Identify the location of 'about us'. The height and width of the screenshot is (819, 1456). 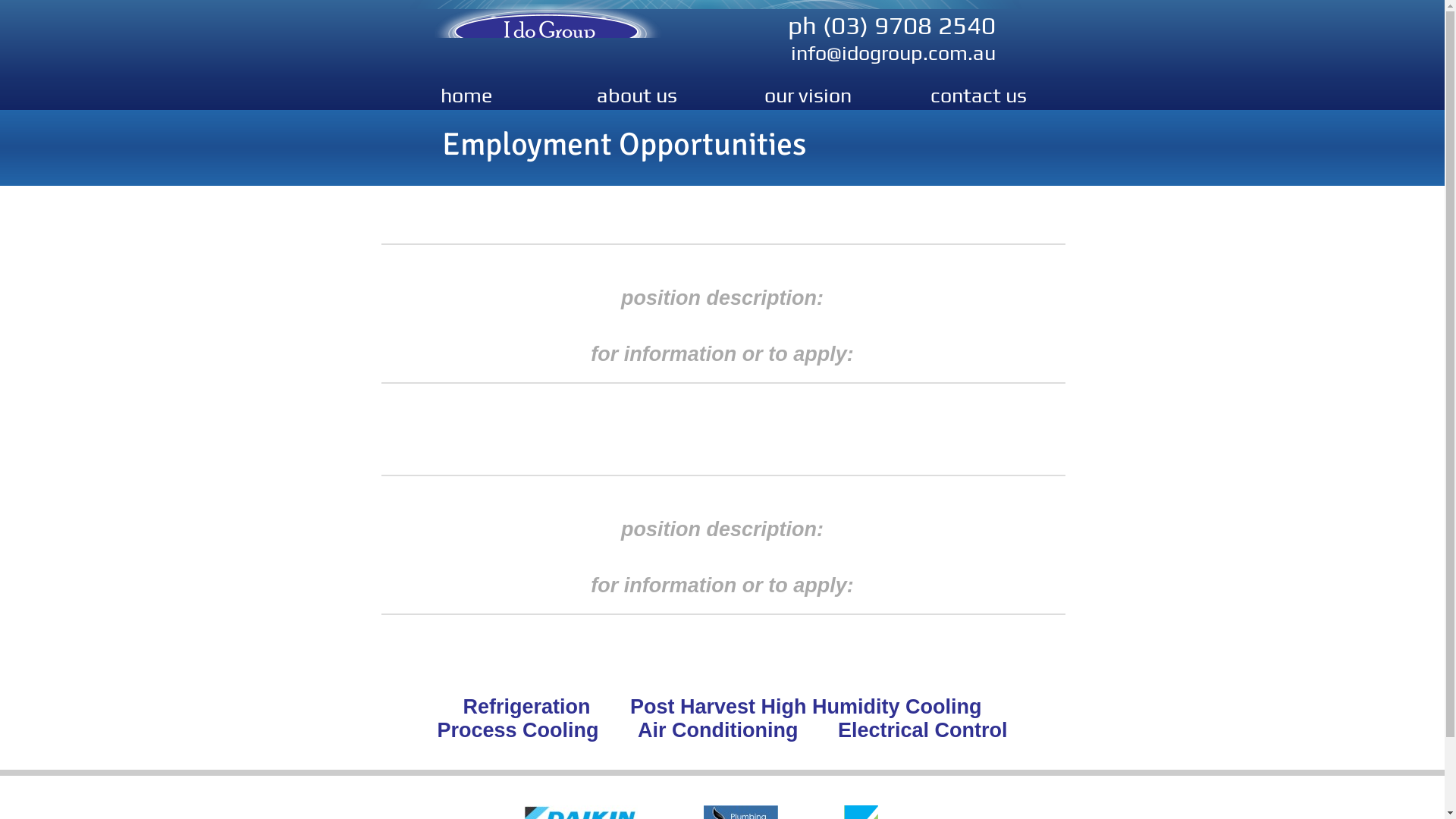
(637, 94).